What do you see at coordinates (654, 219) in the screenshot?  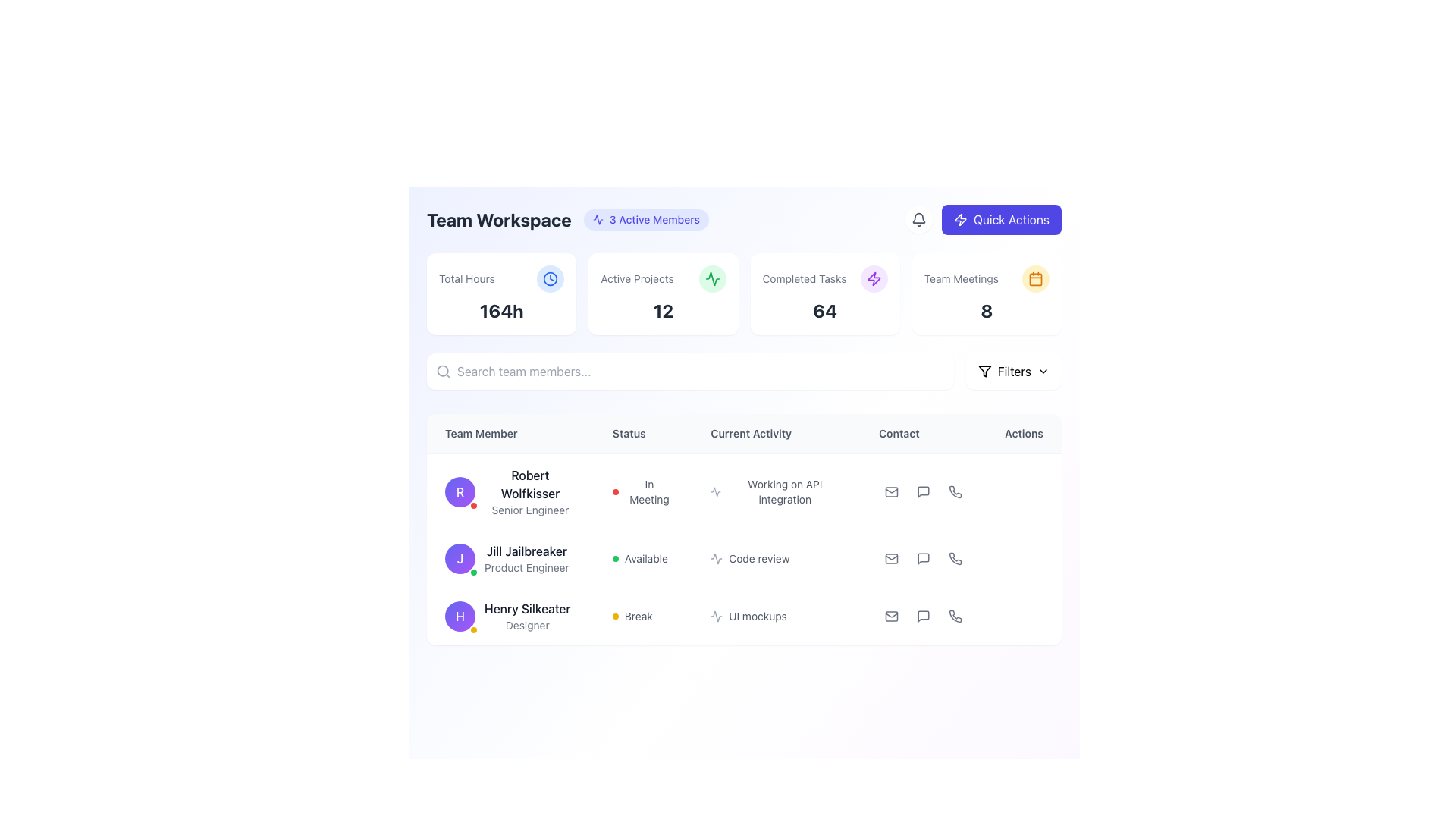 I see `the text label displaying '3 Active Members' which is part of an indigo-highlighted badge near the header 'Team Workspace'` at bounding box center [654, 219].